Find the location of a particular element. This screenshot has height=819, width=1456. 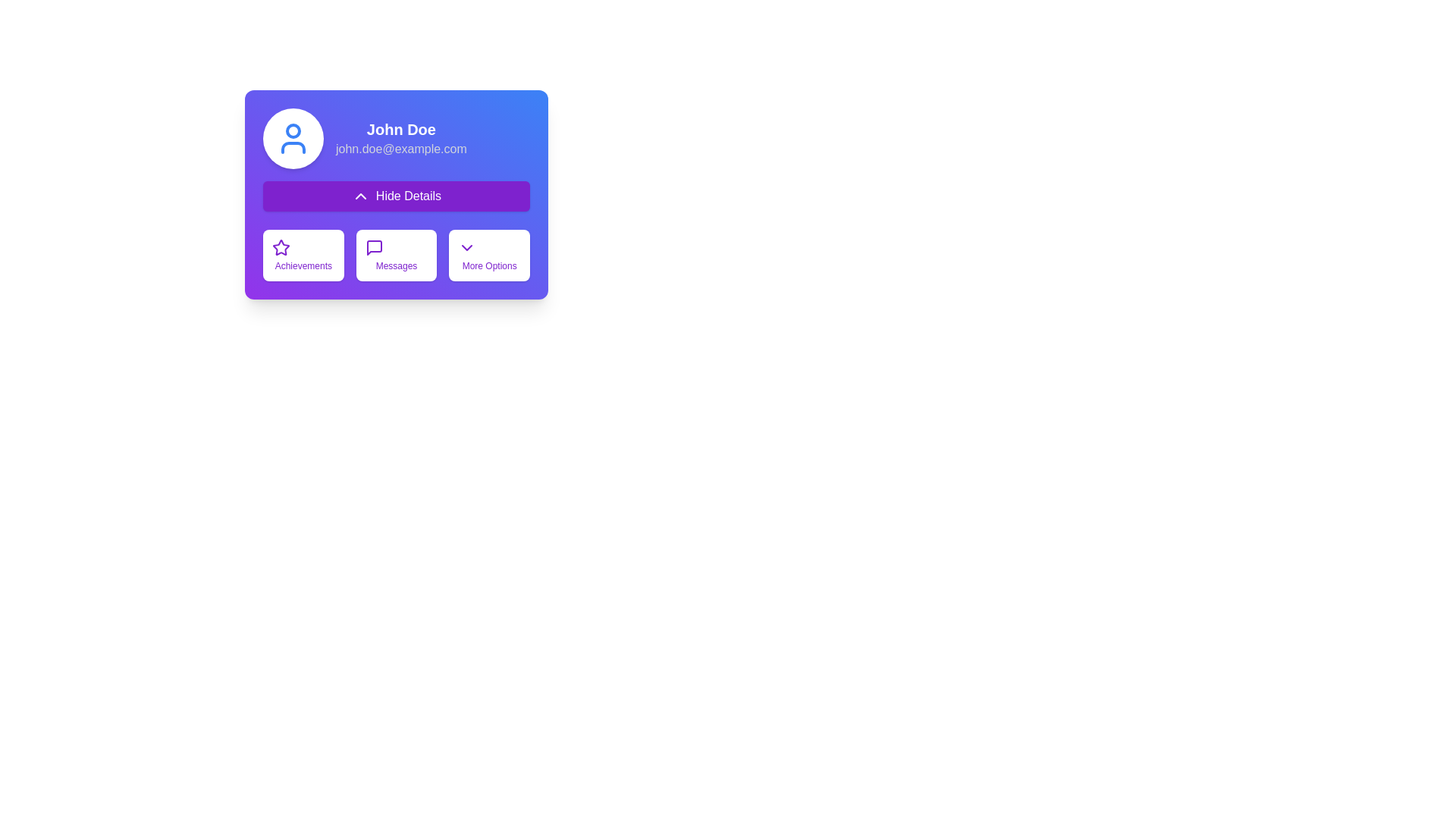

the circular white icon with a blue outline representing a user figure, located to the left of the text details about 'John Doe' and 'john.doe@example.com' in the rounded card interface is located at coordinates (293, 138).